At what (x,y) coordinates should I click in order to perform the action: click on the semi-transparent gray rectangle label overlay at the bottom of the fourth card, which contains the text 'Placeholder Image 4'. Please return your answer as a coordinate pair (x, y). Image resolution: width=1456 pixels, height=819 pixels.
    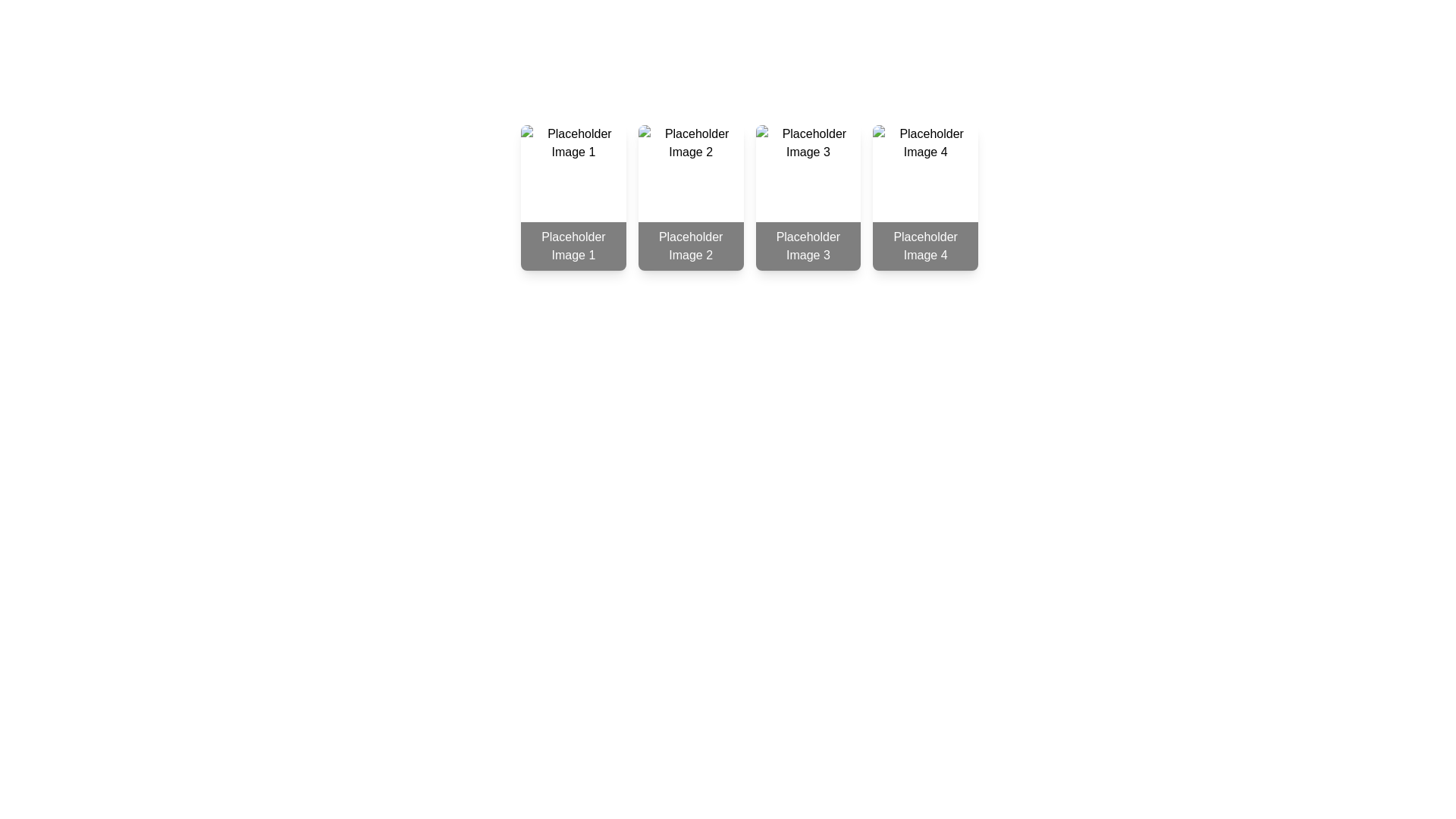
    Looking at the image, I should click on (924, 245).